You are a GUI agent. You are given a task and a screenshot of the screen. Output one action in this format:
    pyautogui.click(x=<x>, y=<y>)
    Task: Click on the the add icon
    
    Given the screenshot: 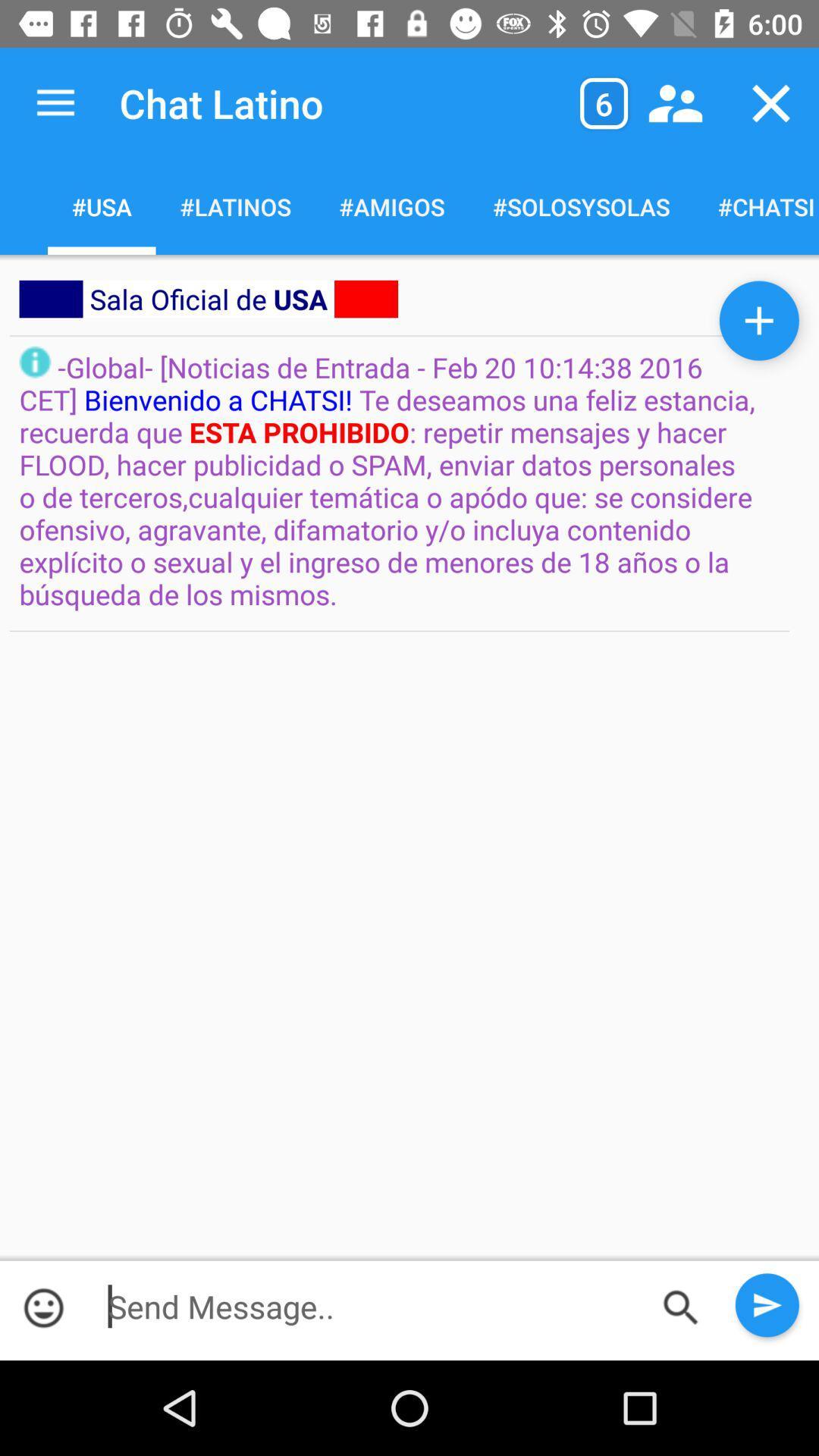 What is the action you would take?
    pyautogui.click(x=759, y=319)
    